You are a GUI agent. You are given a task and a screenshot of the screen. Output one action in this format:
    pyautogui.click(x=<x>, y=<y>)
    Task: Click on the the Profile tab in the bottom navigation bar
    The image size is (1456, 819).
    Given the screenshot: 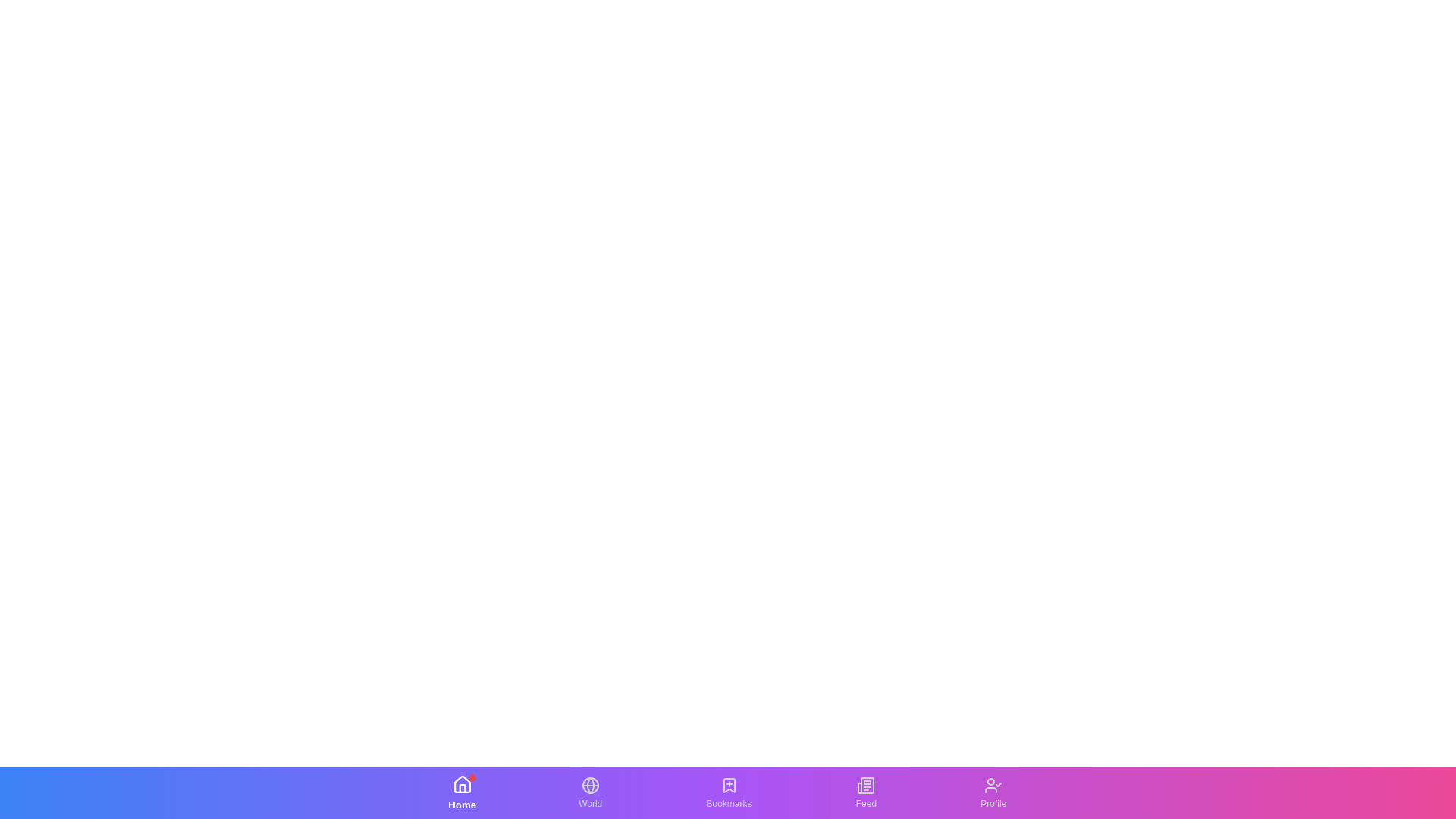 What is the action you would take?
    pyautogui.click(x=993, y=792)
    